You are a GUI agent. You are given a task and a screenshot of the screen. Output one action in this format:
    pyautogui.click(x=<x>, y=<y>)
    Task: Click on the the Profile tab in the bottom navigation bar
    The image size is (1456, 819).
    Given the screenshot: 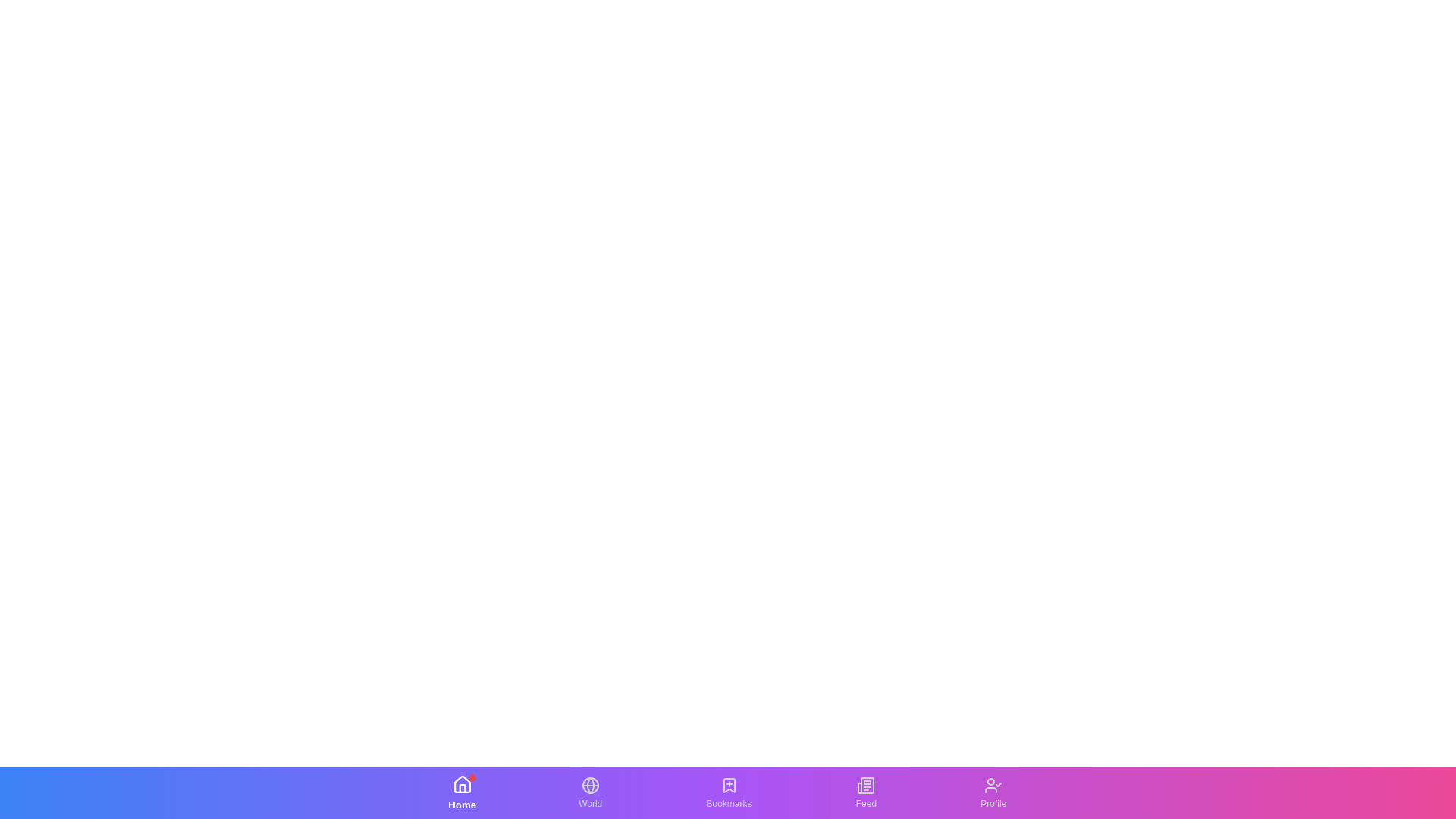 What is the action you would take?
    pyautogui.click(x=993, y=792)
    